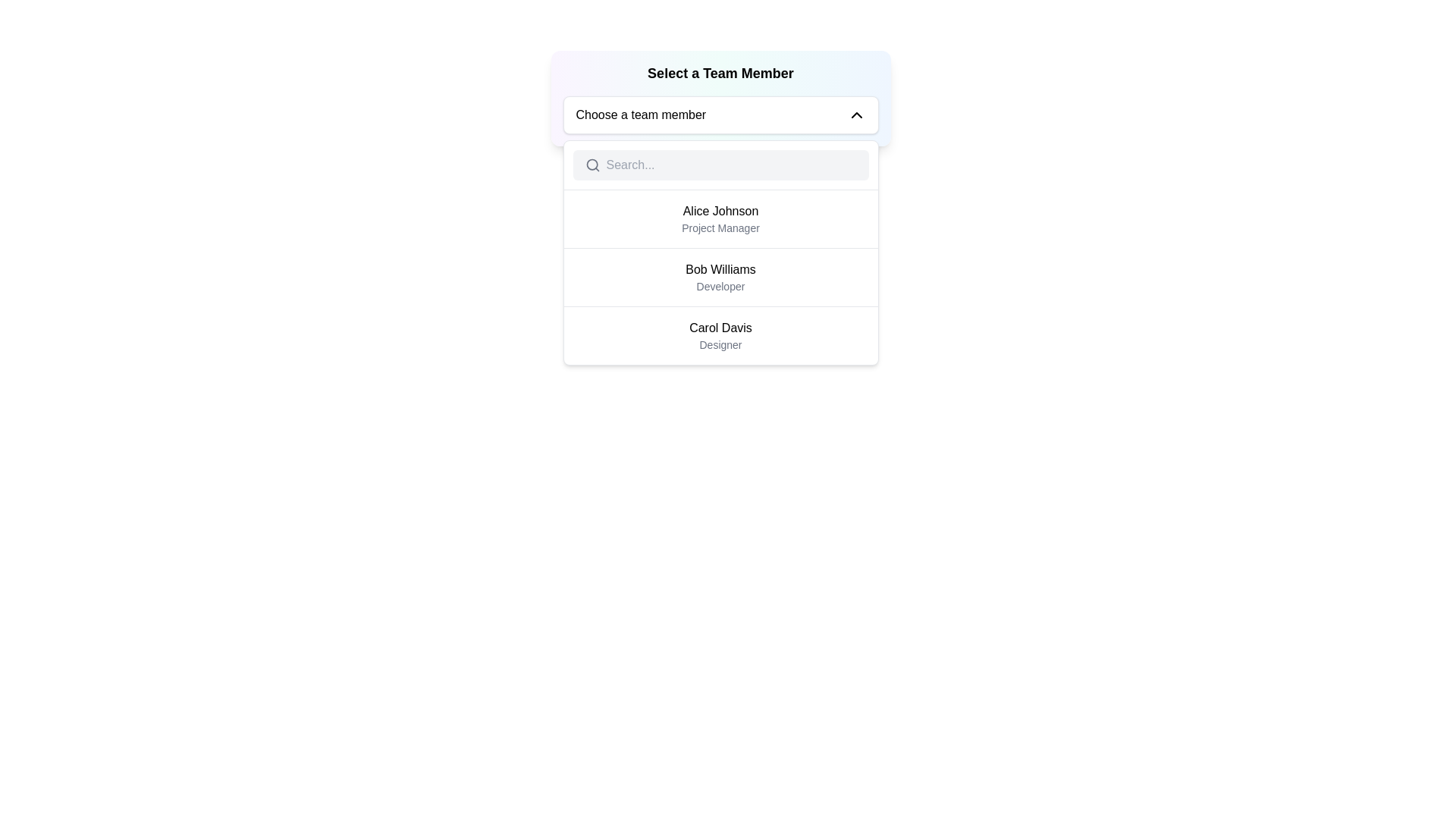 Image resolution: width=1456 pixels, height=819 pixels. Describe the element at coordinates (856, 114) in the screenshot. I see `the downward chevron arrow icon button located at the top-right corner of the 'Choose a team member' dropdown field` at that location.